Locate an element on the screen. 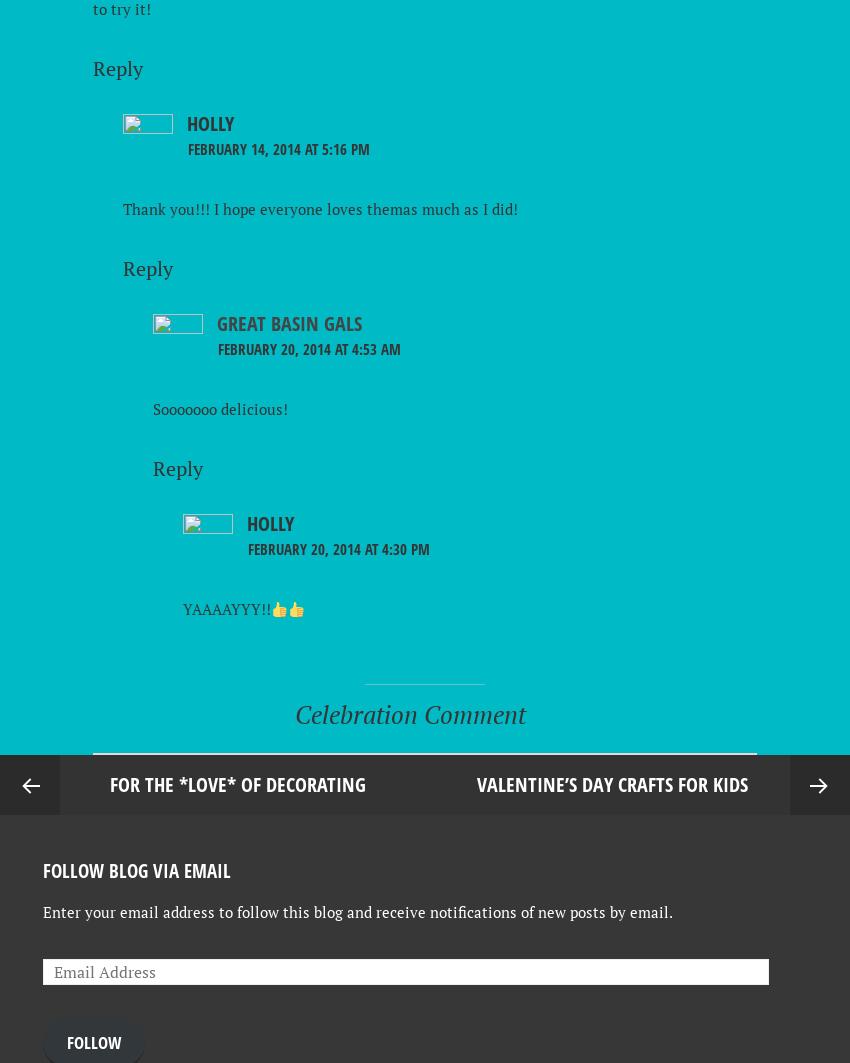 This screenshot has width=850, height=1063. 'Thank you!!! I hope everyone loves themas much as I did!' is located at coordinates (320, 208).